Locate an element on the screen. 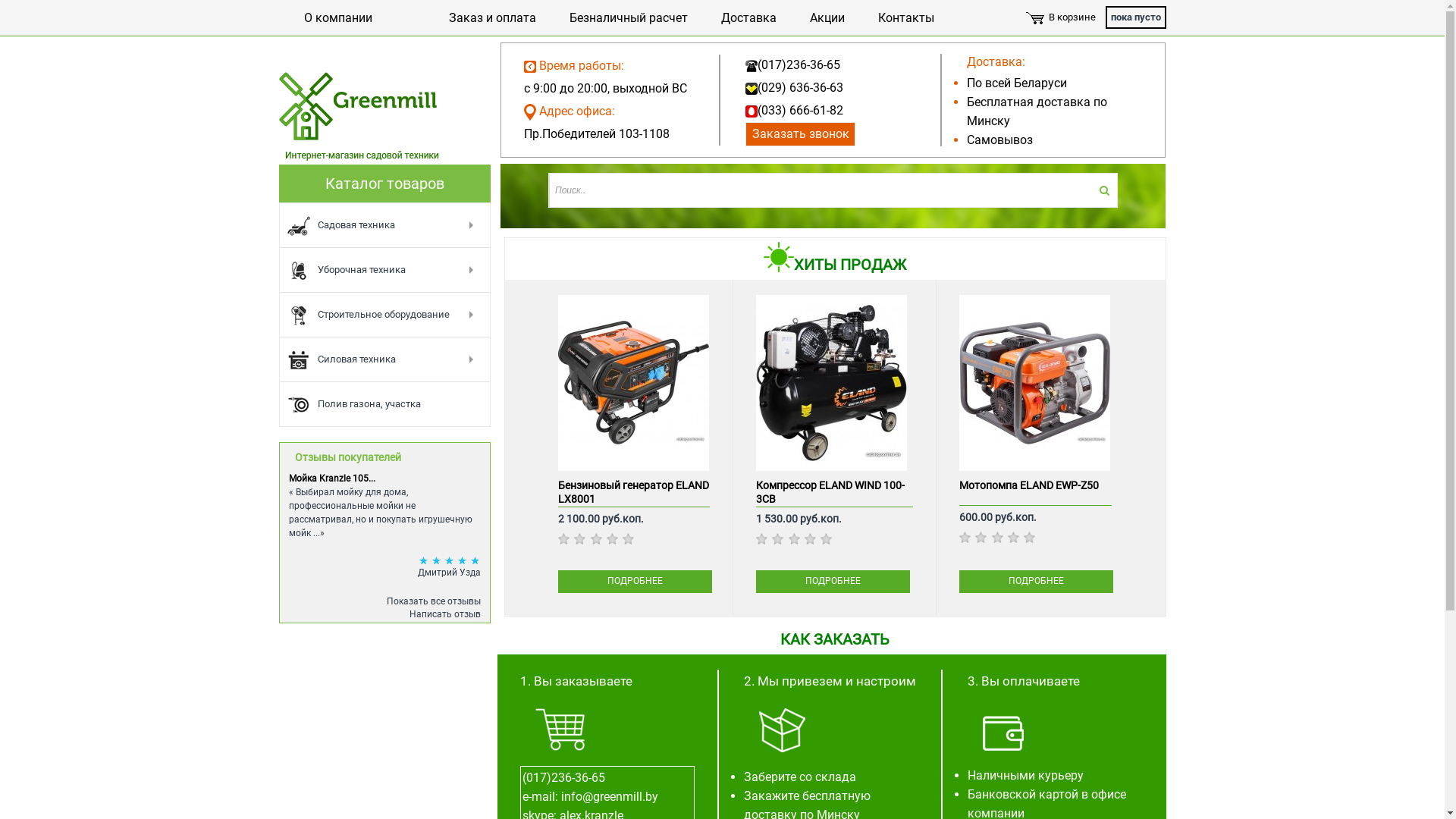 The height and width of the screenshot is (819, 1456). 'Greenmill' is located at coordinates (358, 115).